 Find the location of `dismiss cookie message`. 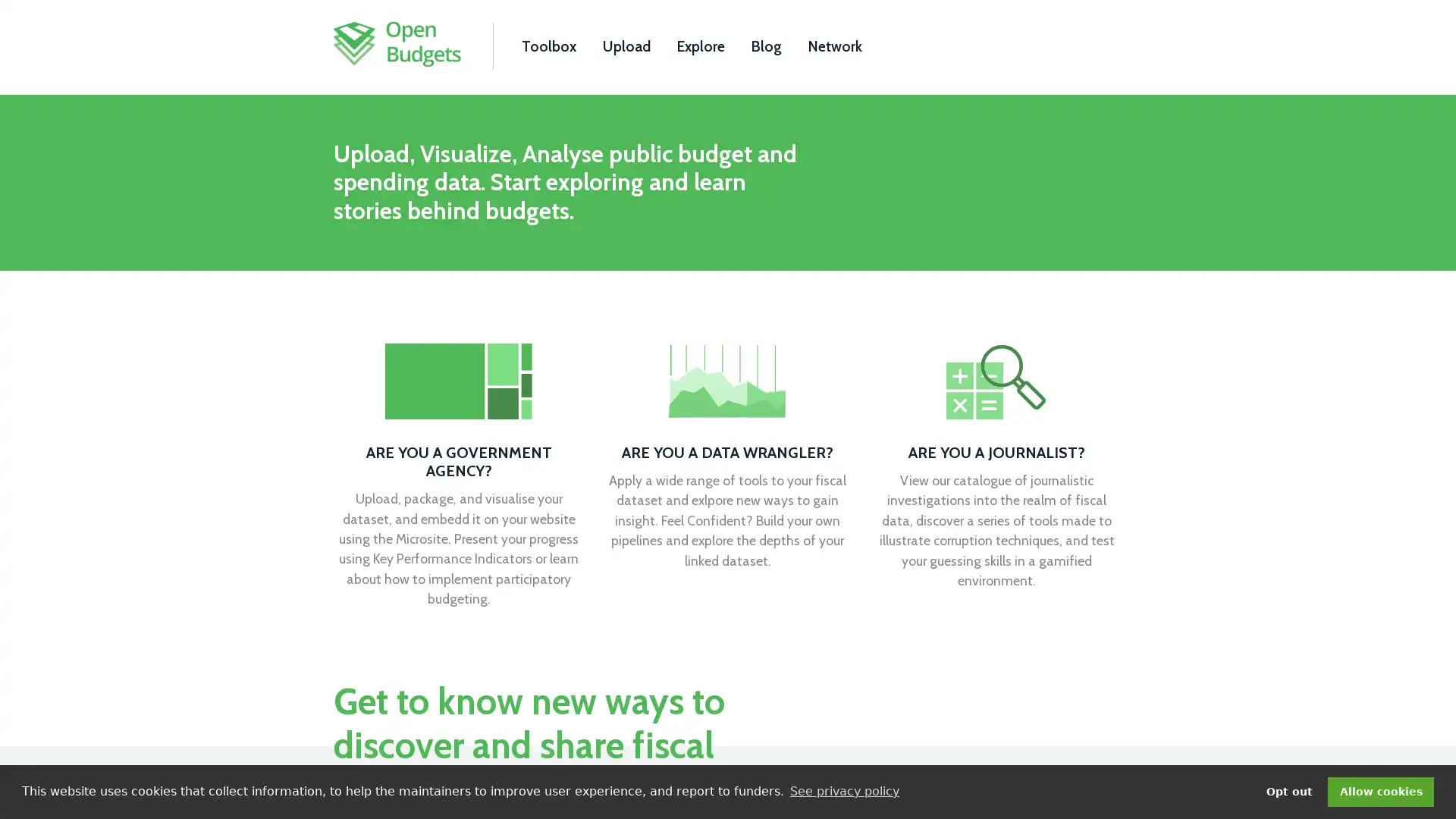

dismiss cookie message is located at coordinates (1380, 791).